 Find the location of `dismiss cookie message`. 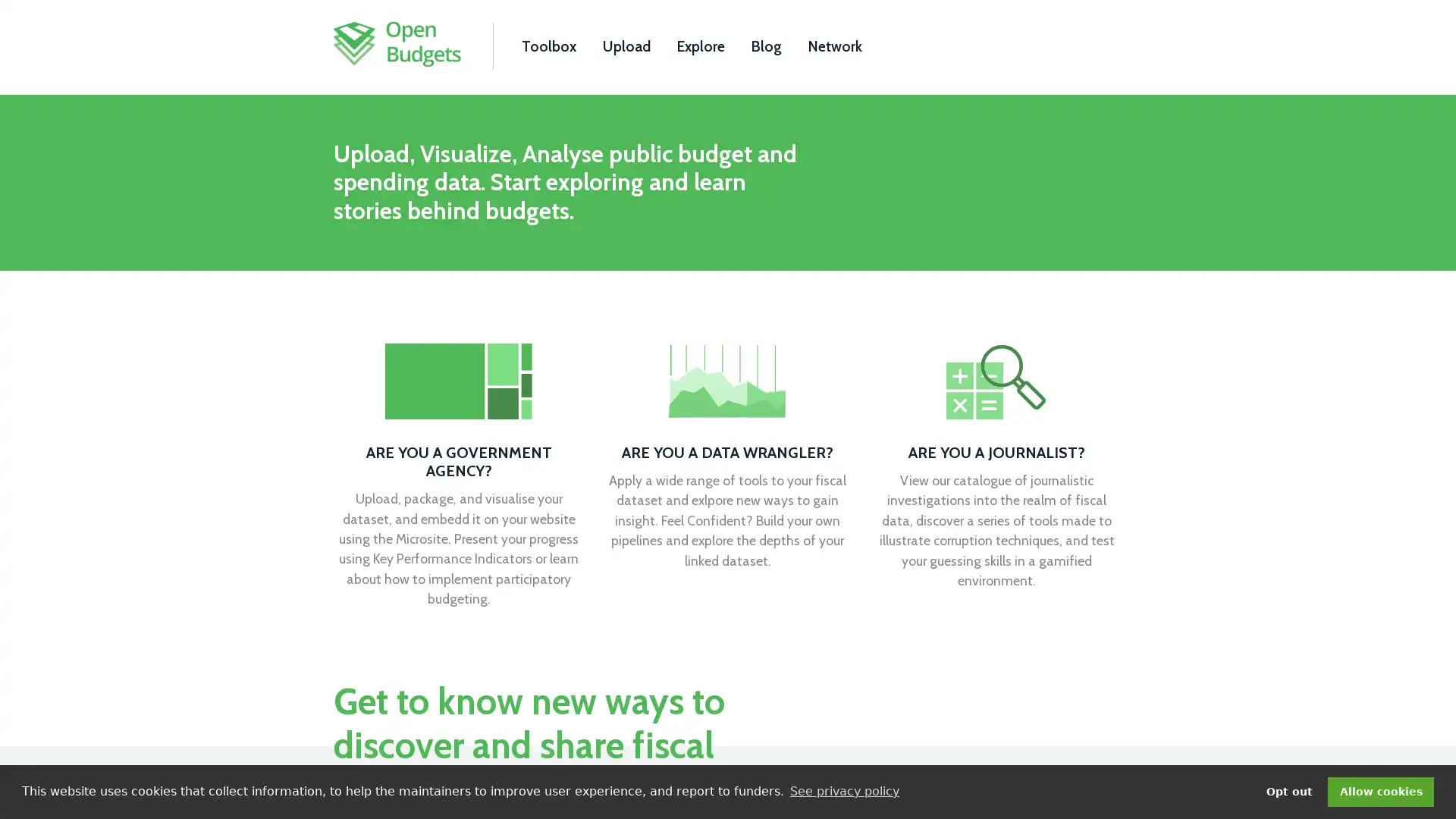

dismiss cookie message is located at coordinates (1380, 791).